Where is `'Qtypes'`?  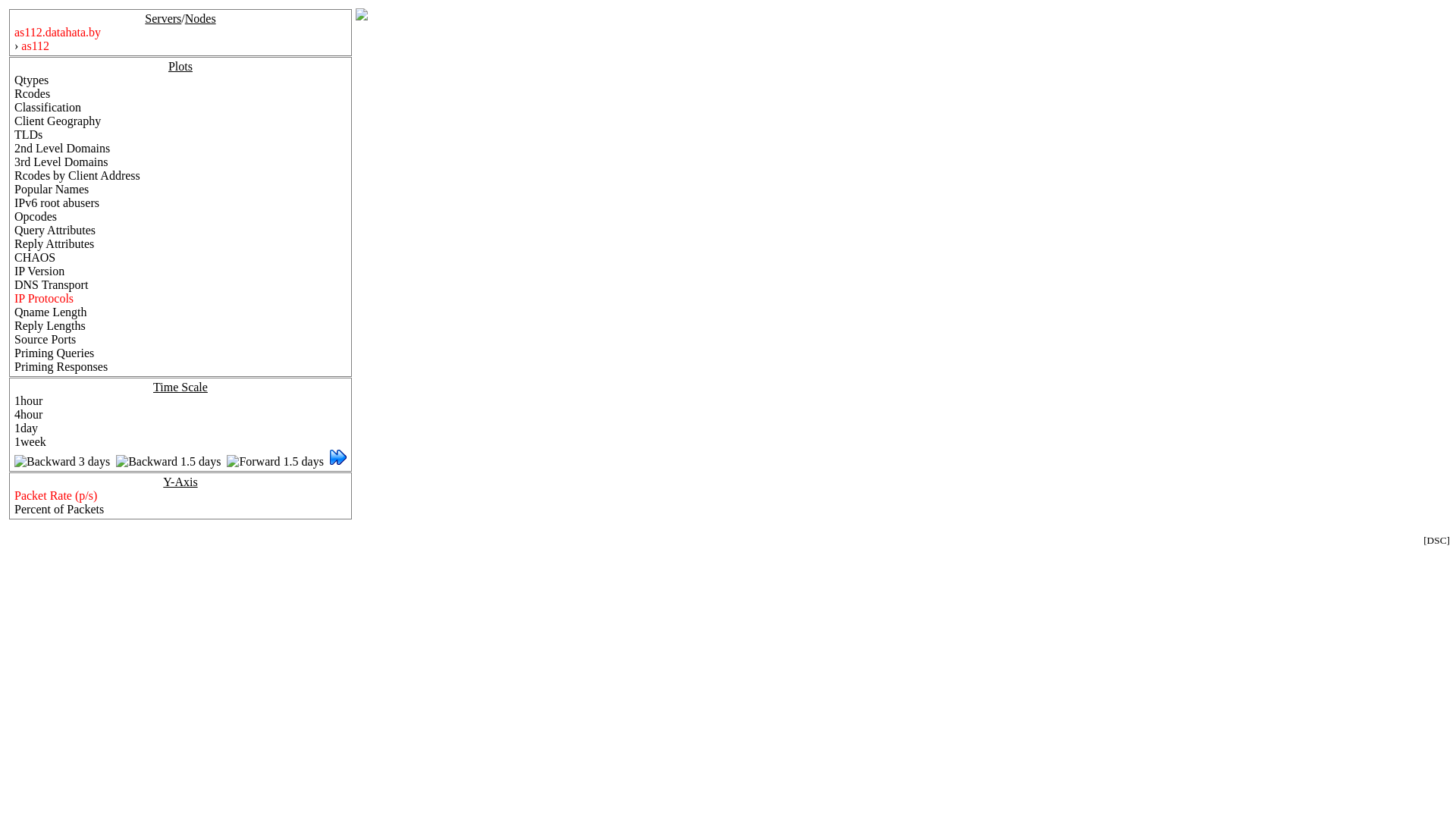
'Qtypes' is located at coordinates (31, 80).